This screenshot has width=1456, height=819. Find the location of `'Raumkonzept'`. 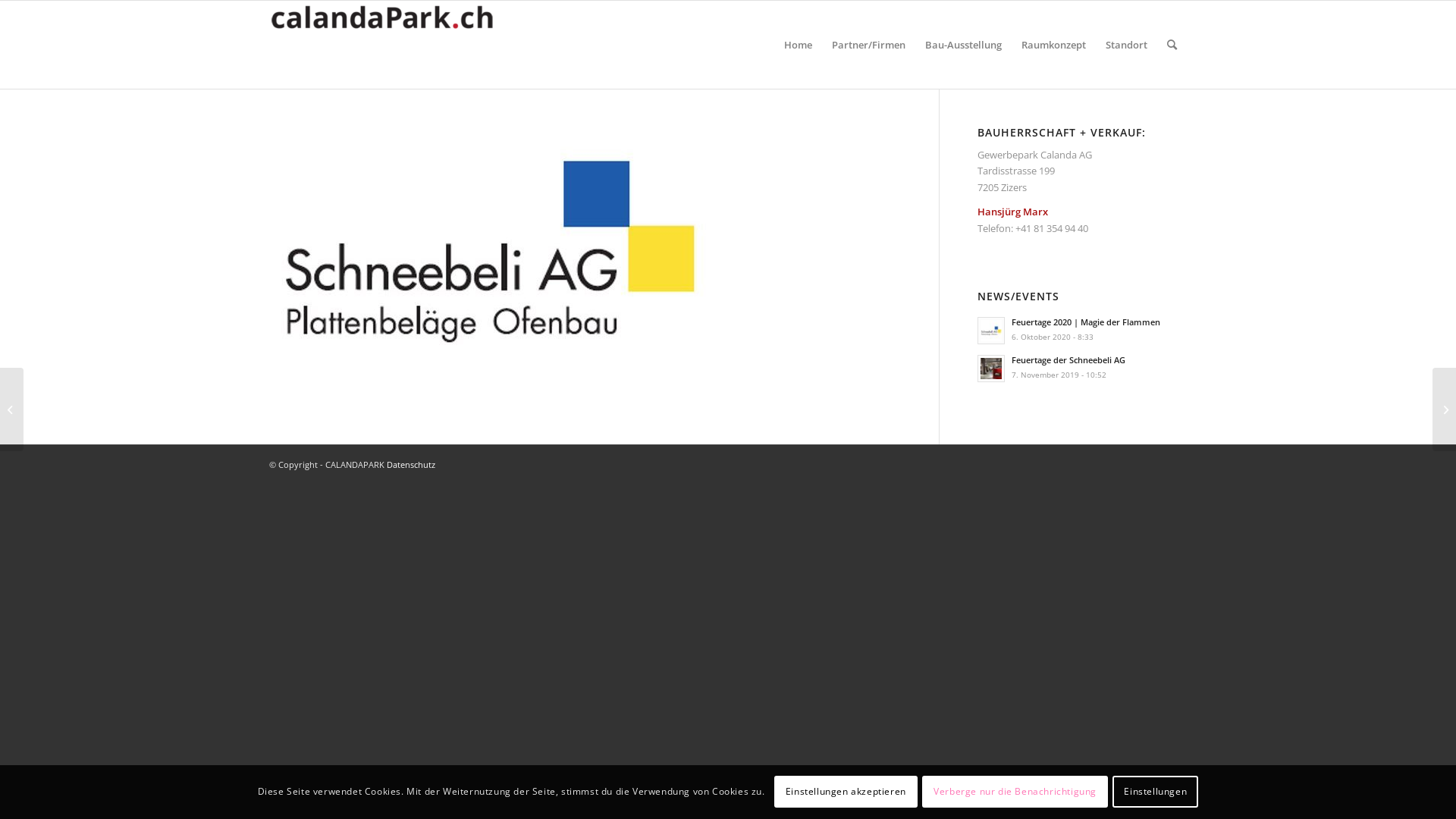

'Raumkonzept' is located at coordinates (1053, 43).